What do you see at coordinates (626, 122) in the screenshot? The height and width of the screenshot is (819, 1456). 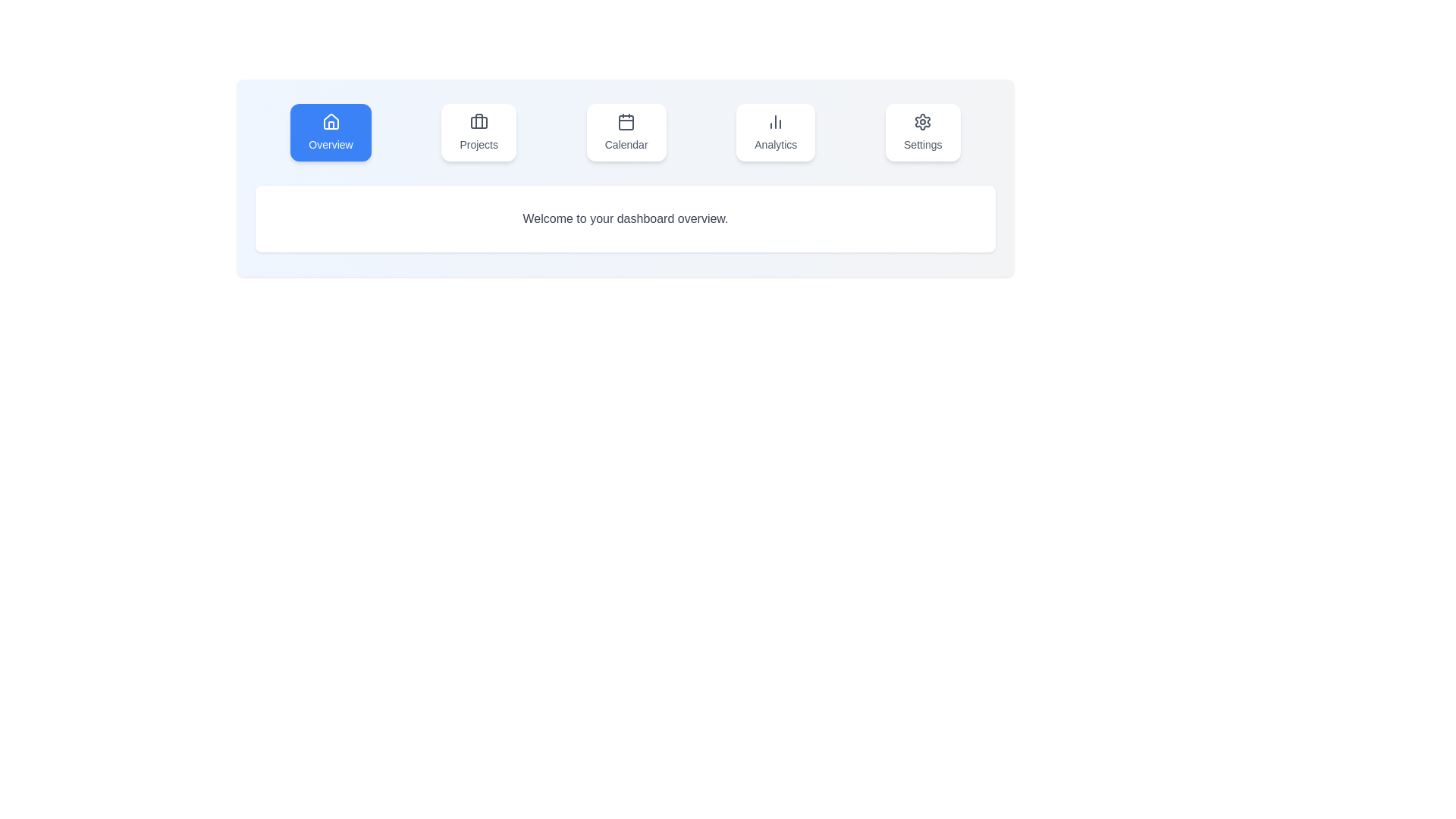 I see `the rounded rectangle component of the calendar icon, which is the third item in the header's main navigation bar at the top center of the interface` at bounding box center [626, 122].